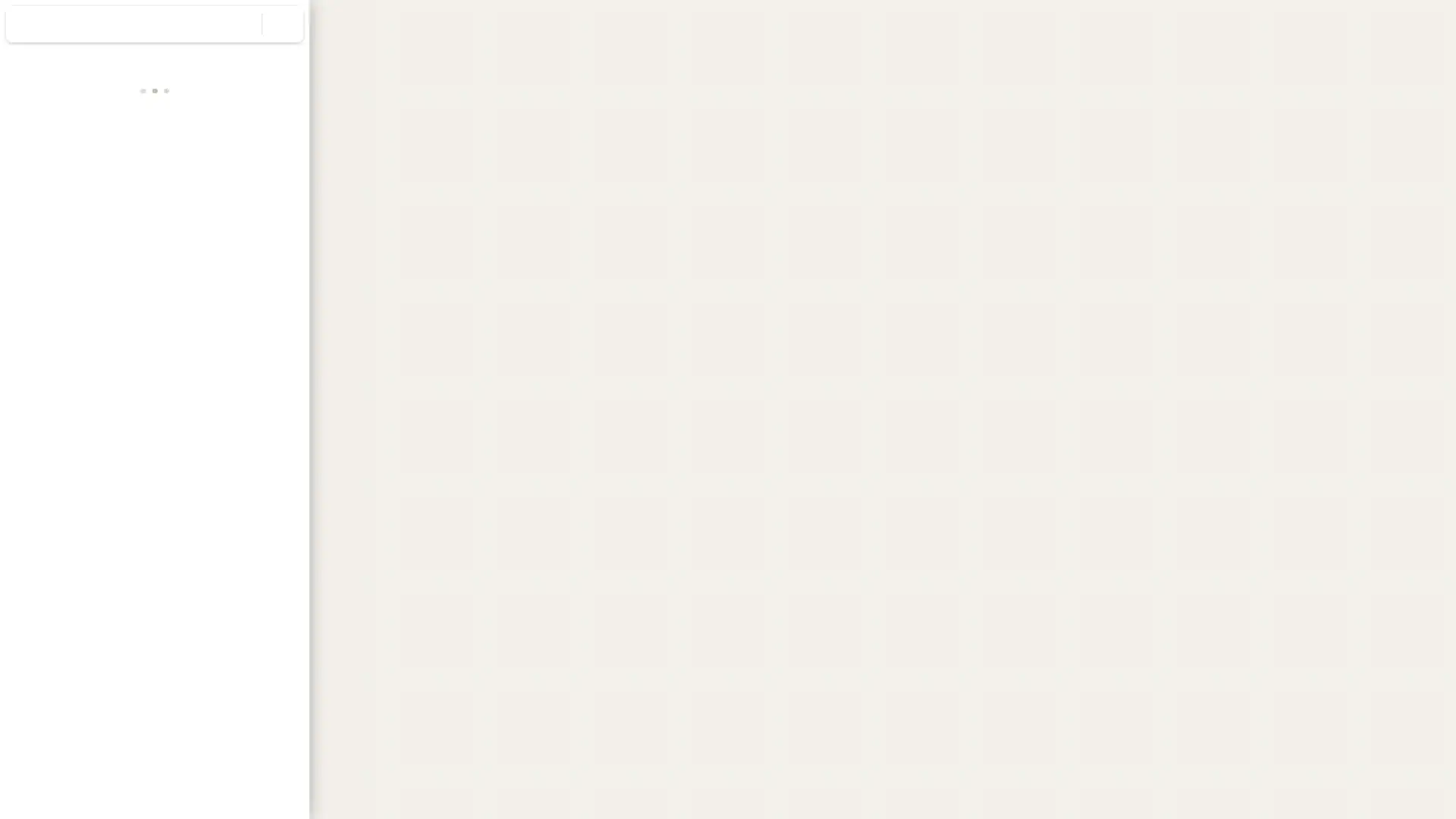 This screenshot has width=1456, height=819. What do you see at coordinates (265, 289) in the screenshot?
I see `Share Toronto` at bounding box center [265, 289].